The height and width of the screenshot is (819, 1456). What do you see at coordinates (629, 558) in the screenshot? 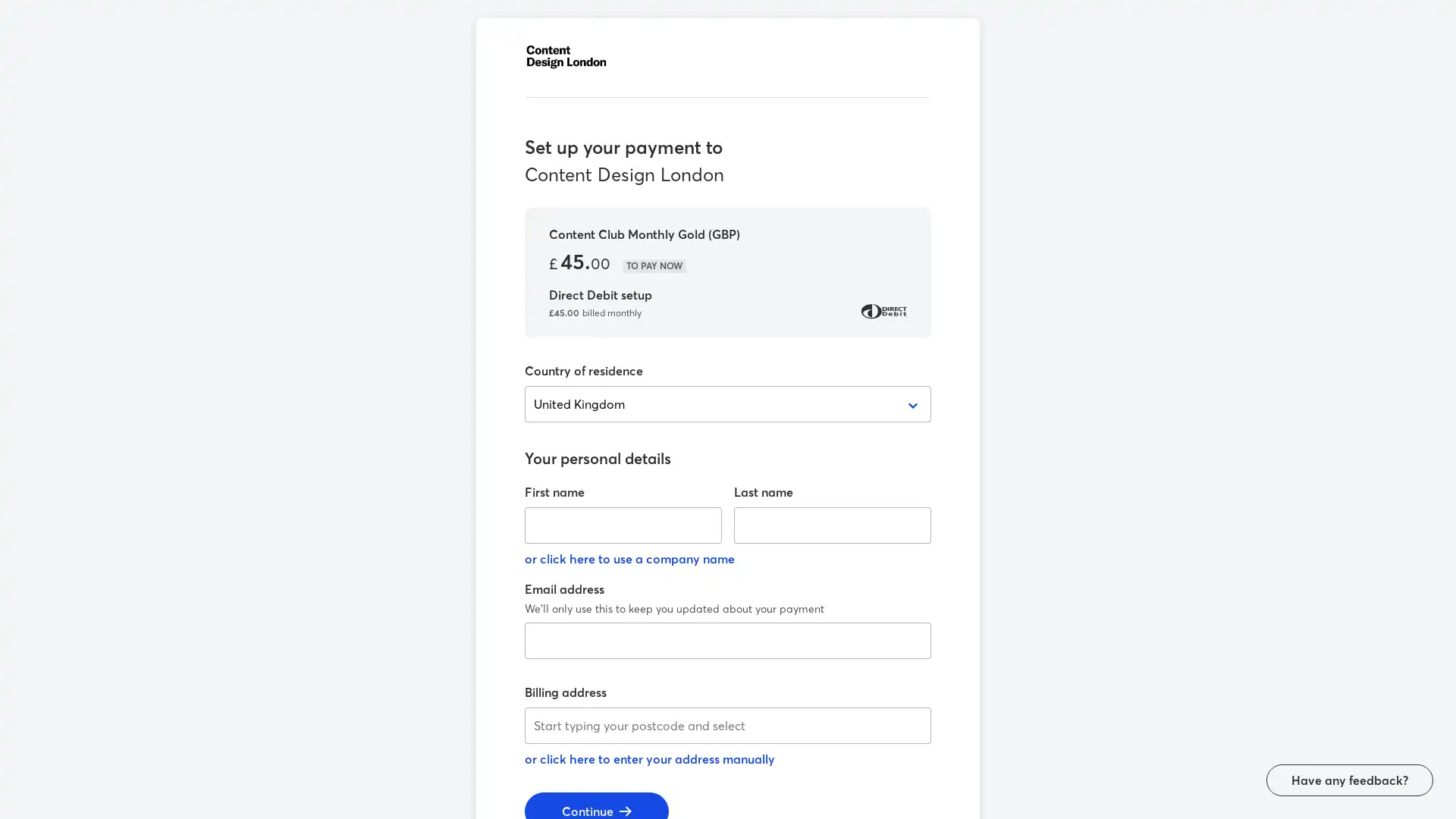
I see `or click here to use a company name` at bounding box center [629, 558].